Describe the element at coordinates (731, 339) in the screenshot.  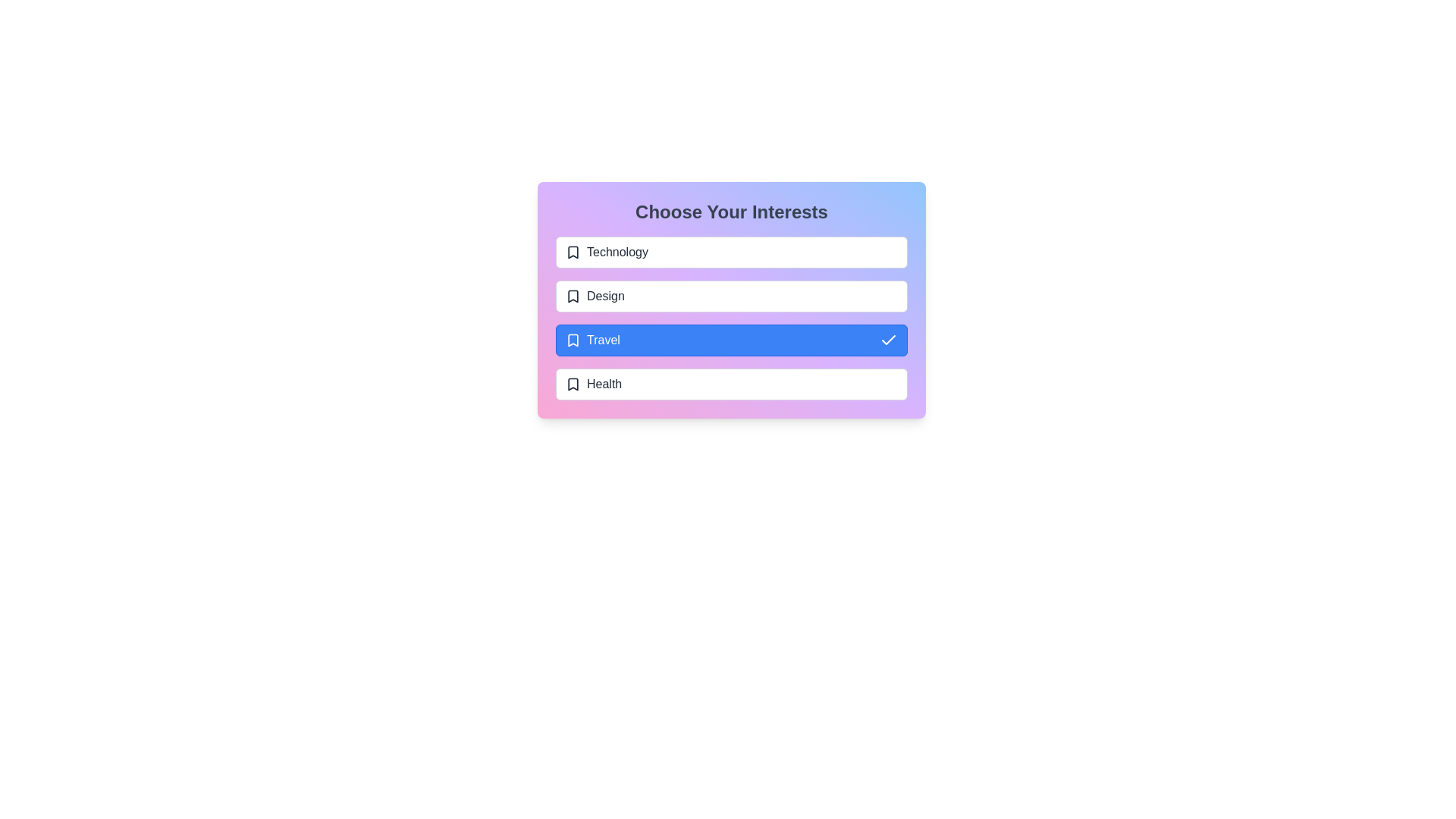
I see `the interest labeled Travel` at that location.